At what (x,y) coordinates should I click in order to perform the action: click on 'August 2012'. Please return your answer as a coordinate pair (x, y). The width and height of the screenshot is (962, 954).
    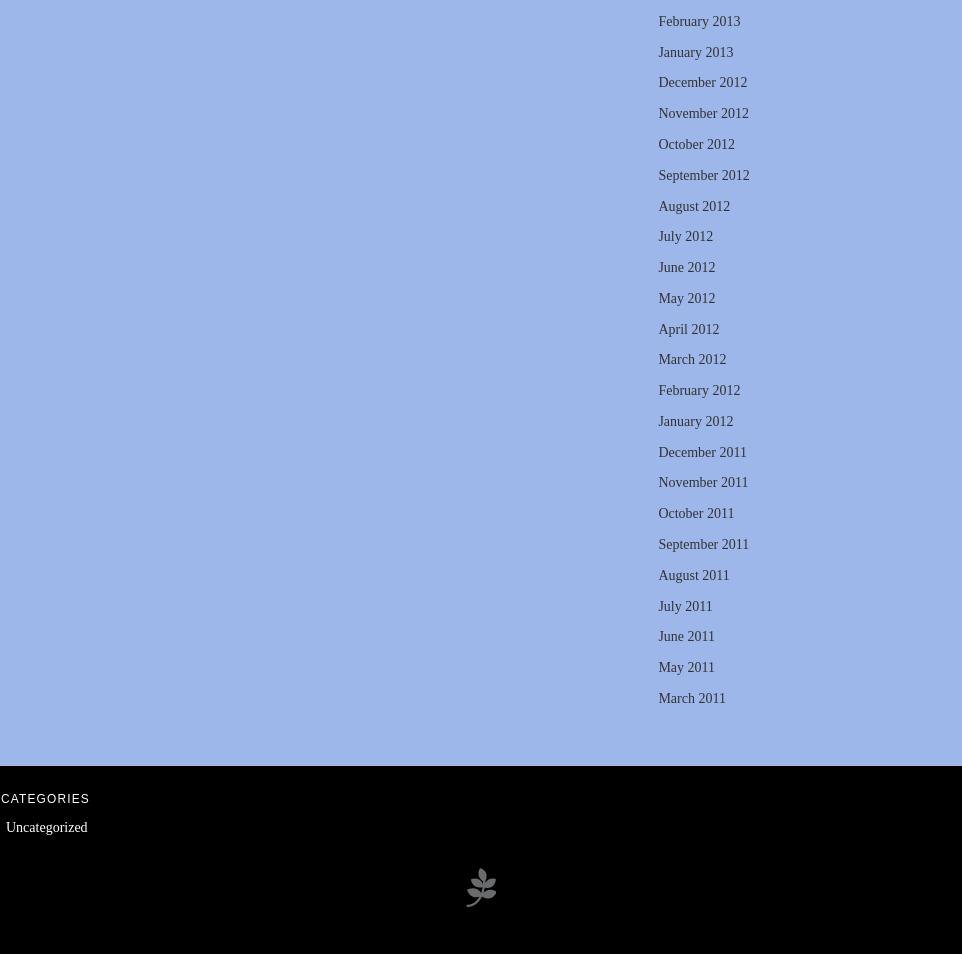
    Looking at the image, I should click on (692, 204).